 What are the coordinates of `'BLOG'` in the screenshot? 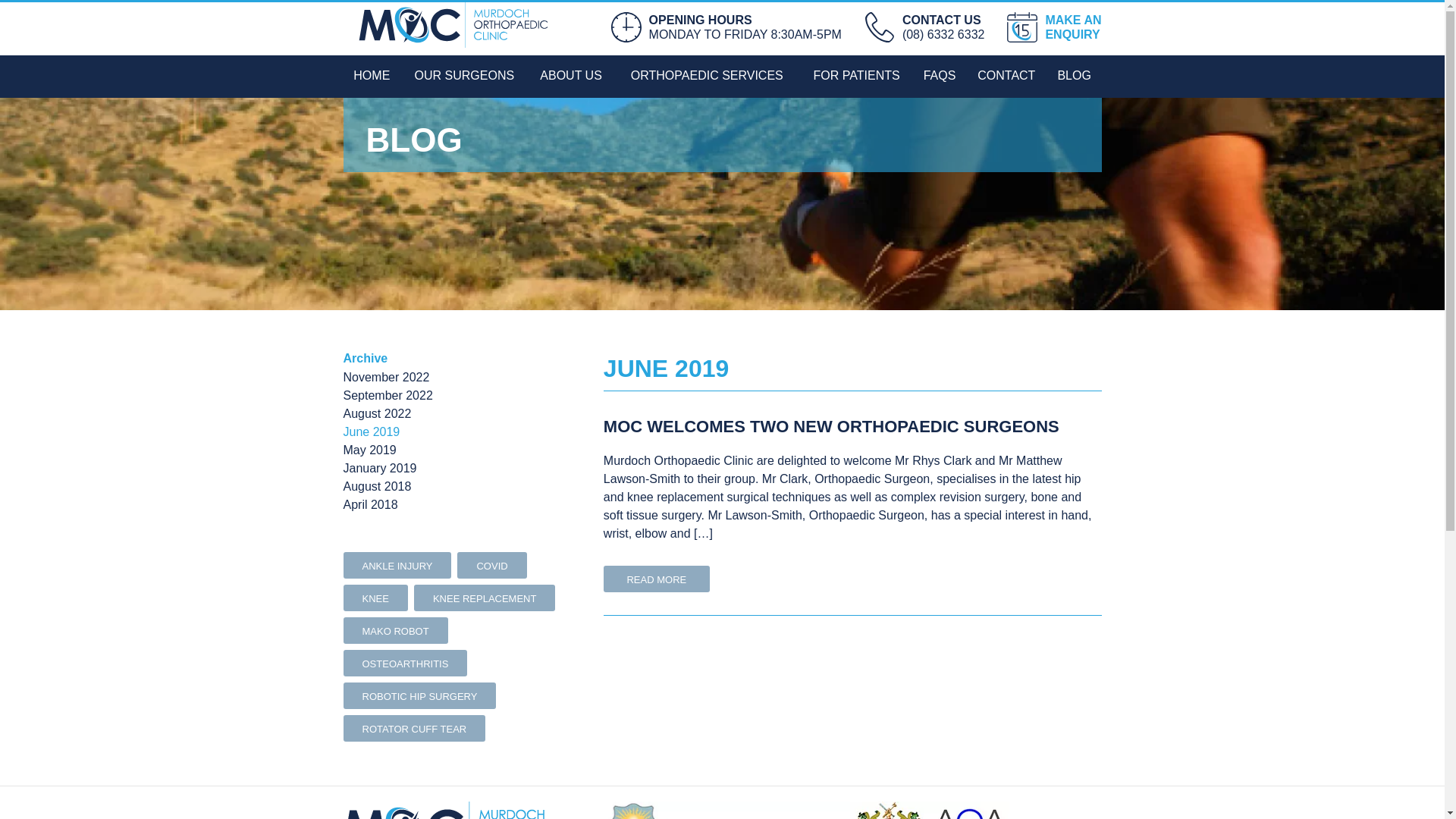 It's located at (1073, 76).